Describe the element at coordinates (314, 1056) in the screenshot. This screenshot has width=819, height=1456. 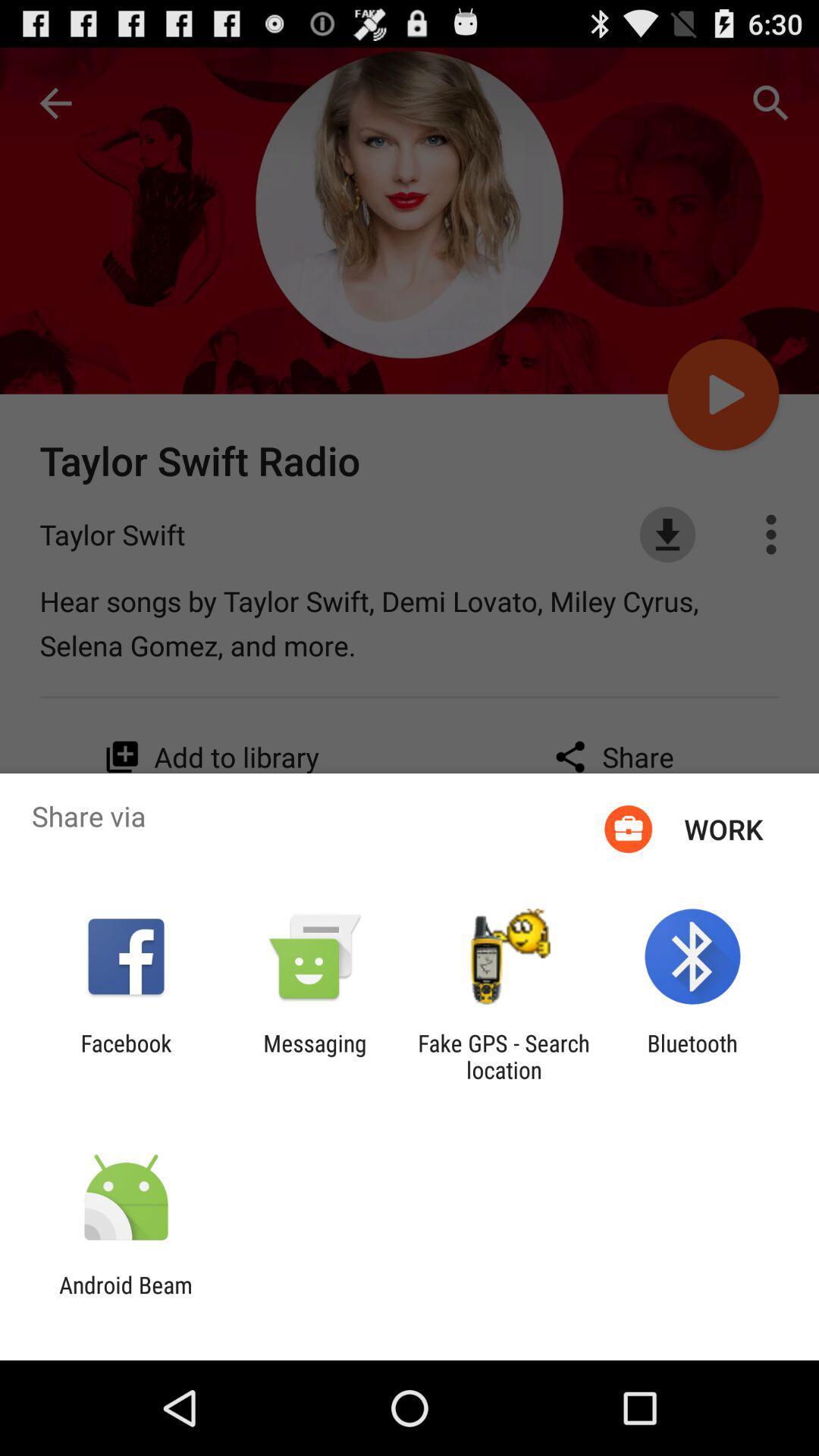
I see `the app to the right of facebook app` at that location.